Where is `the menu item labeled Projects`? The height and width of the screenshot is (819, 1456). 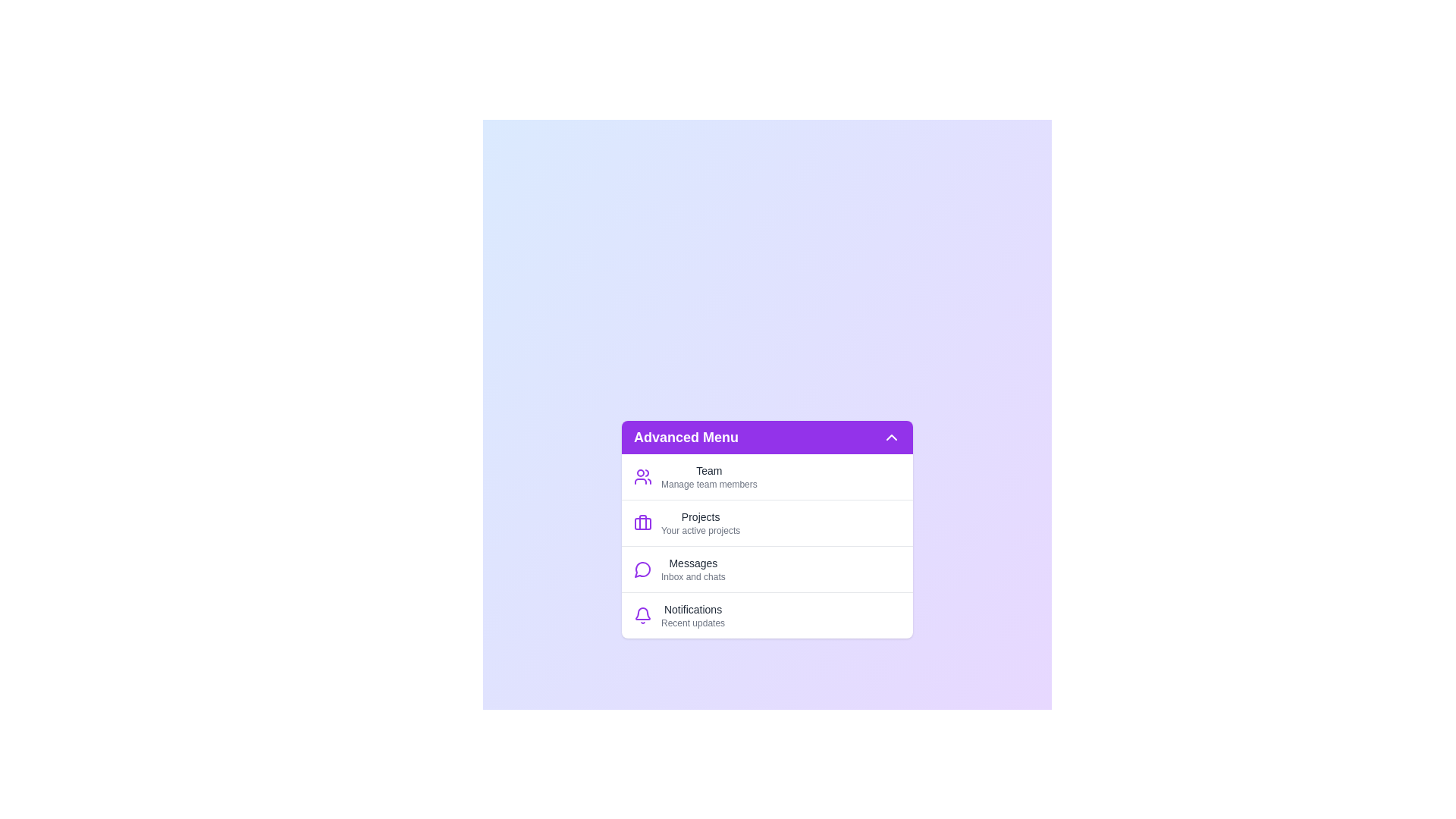 the menu item labeled Projects is located at coordinates (767, 522).